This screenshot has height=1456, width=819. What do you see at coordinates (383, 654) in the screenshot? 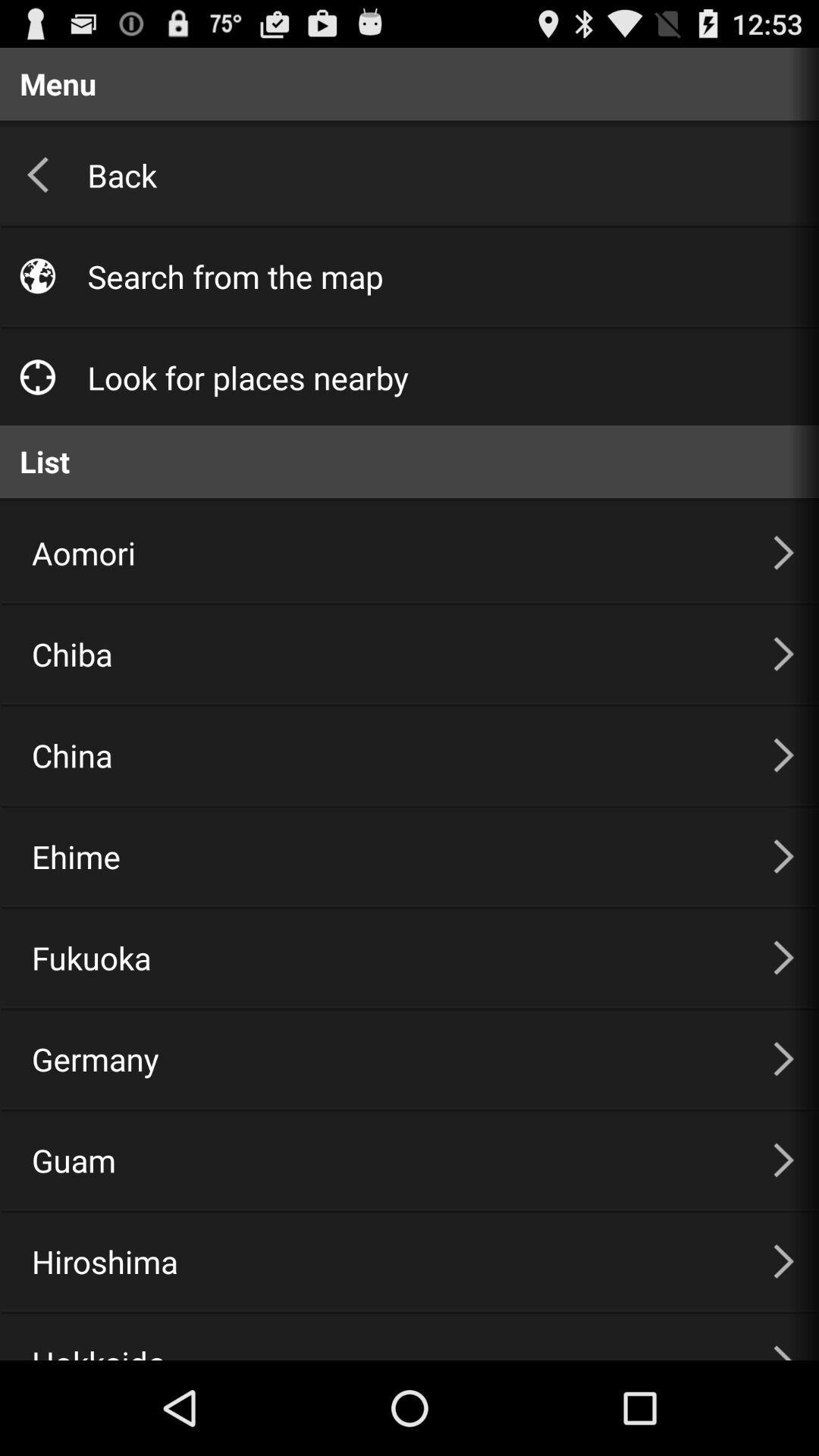
I see `item above the china item` at bounding box center [383, 654].